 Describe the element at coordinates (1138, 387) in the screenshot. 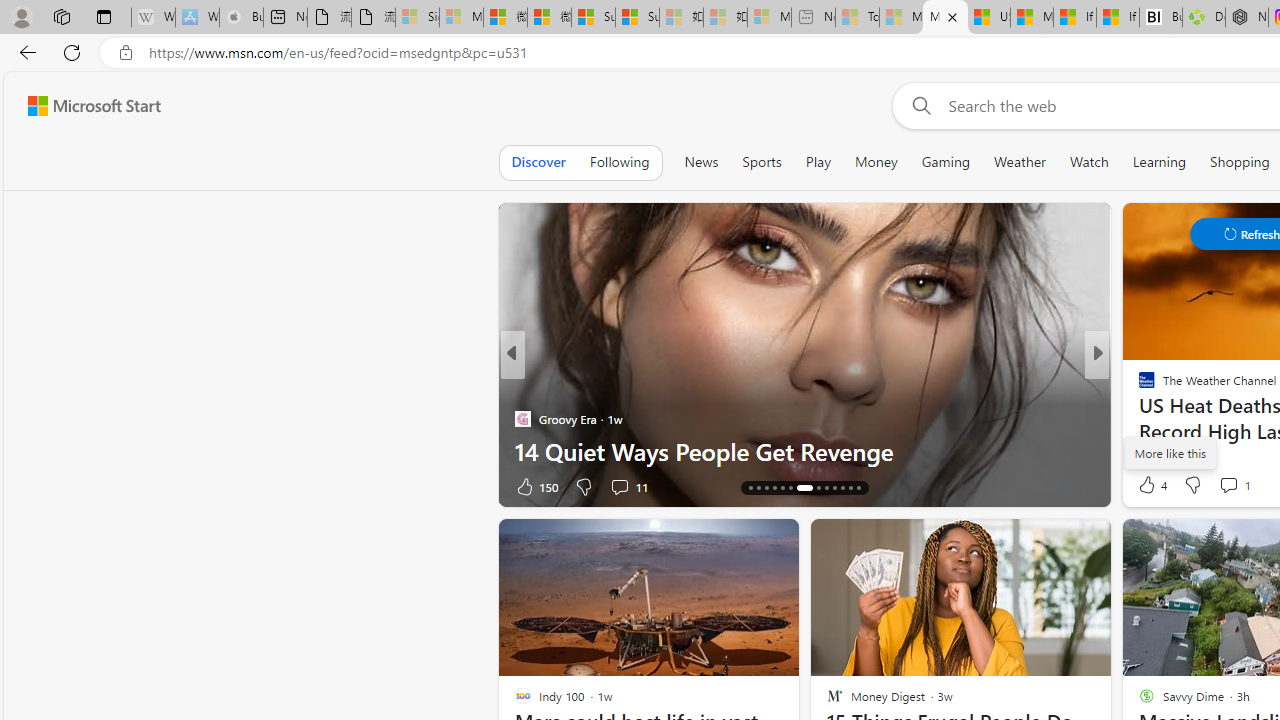

I see `'ChaChingQueen'` at that location.